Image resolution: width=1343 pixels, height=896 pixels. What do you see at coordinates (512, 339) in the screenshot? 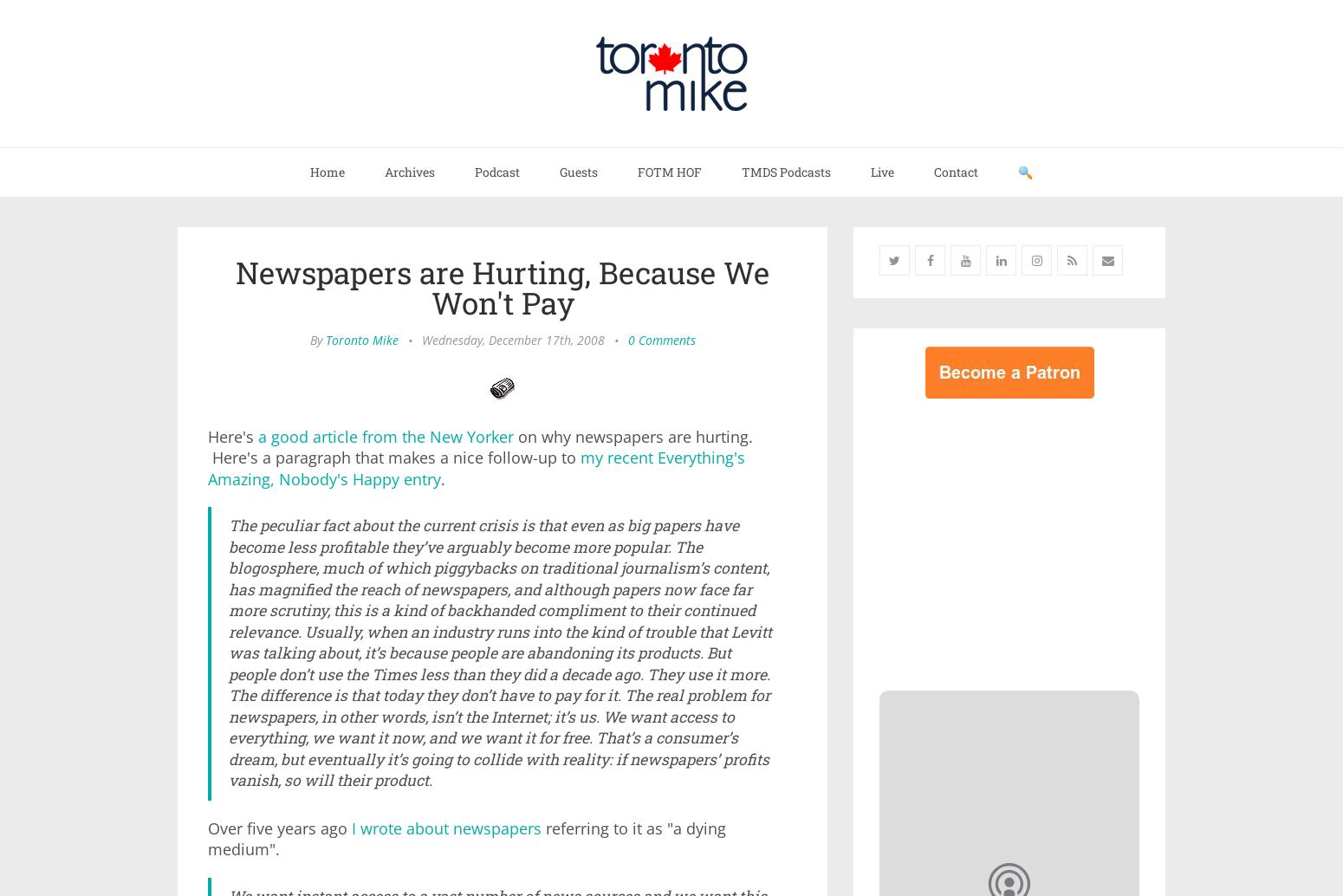
I see `'Wednesday, December 17th, 2008'` at bounding box center [512, 339].